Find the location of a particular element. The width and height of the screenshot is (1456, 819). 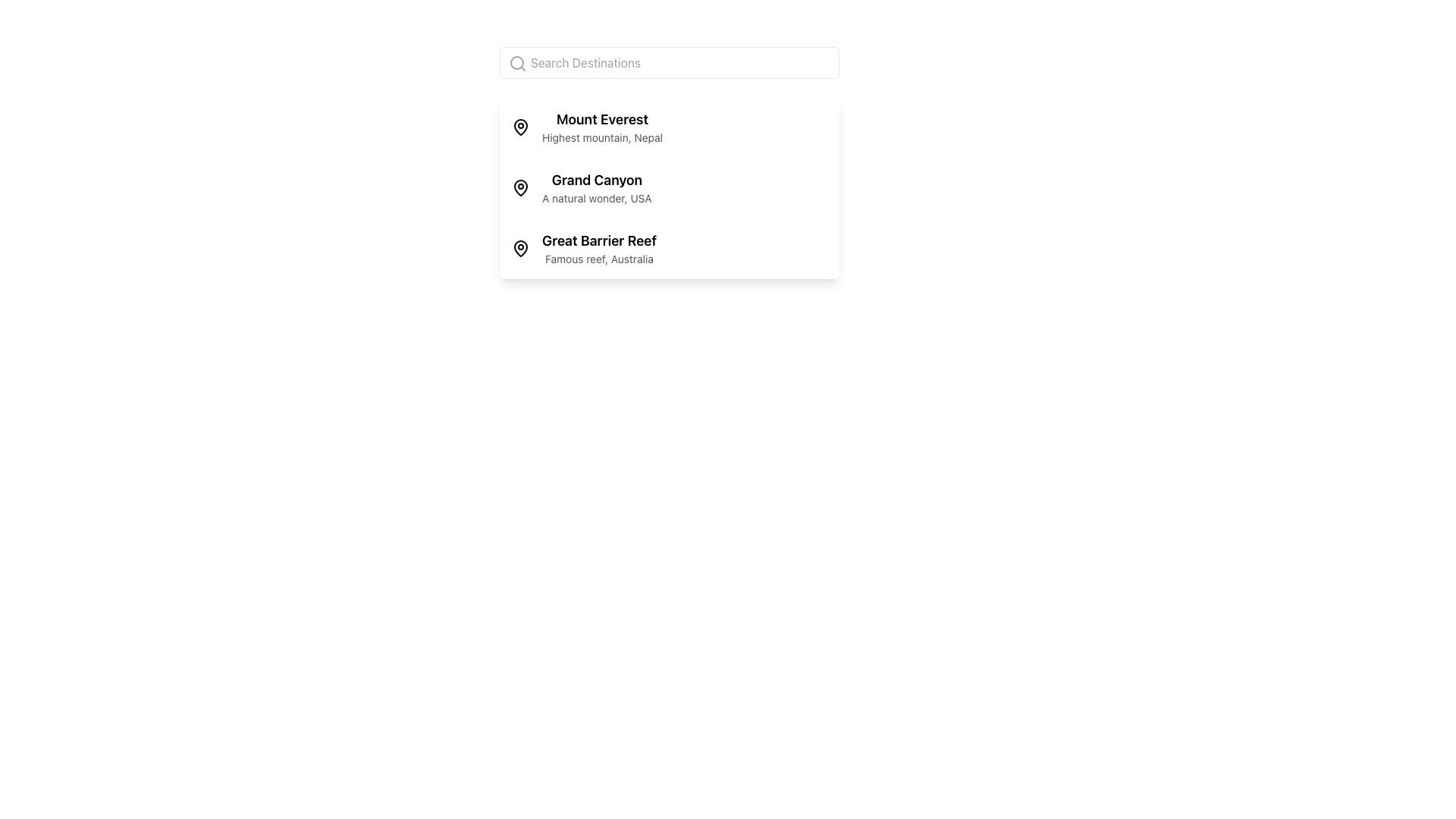

the 'Grand Canyon' text description element, which features a bold title and a subtitle, located as the second item in a vertical list of destinations is located at coordinates (596, 187).